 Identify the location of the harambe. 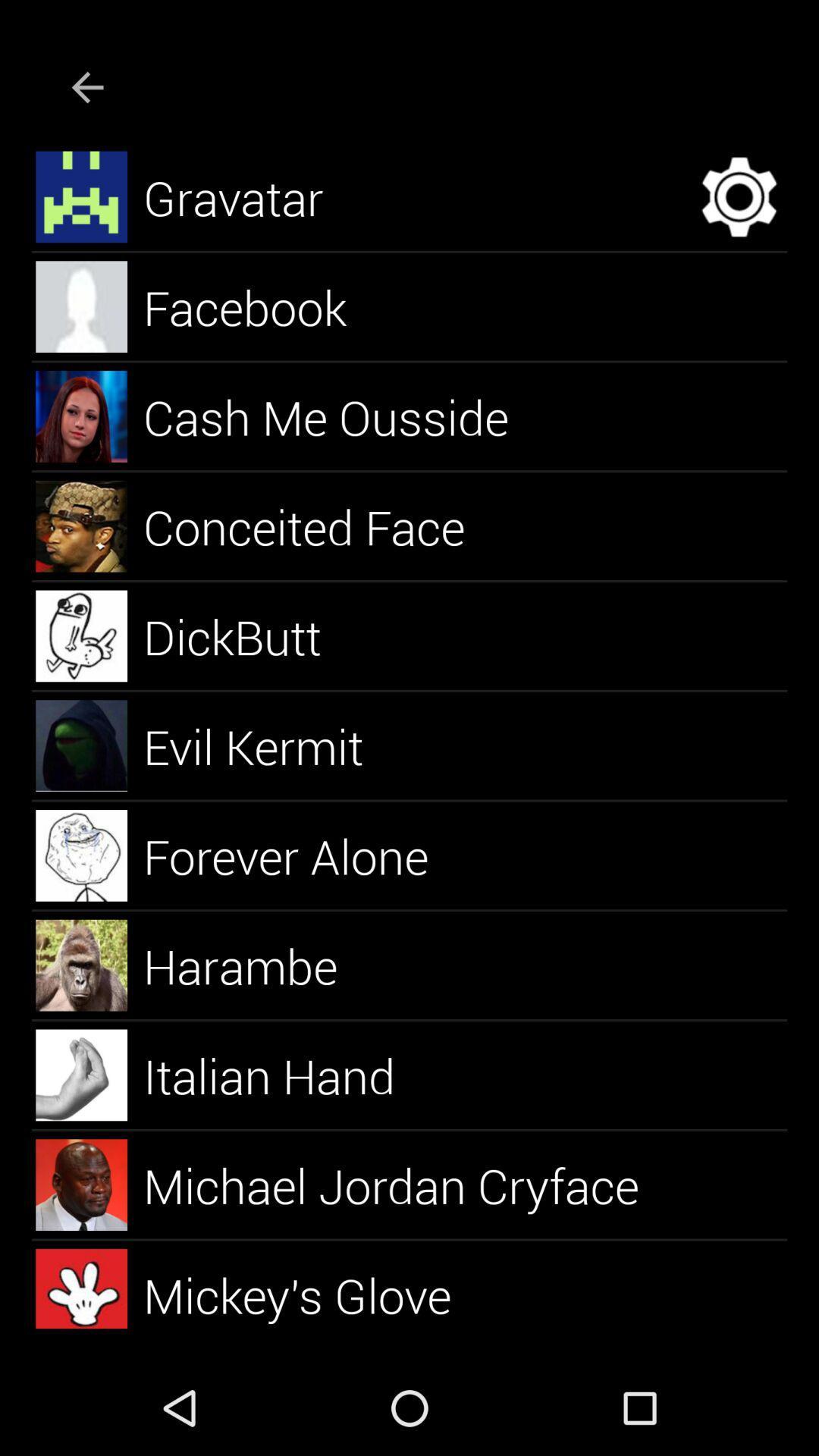
(257, 965).